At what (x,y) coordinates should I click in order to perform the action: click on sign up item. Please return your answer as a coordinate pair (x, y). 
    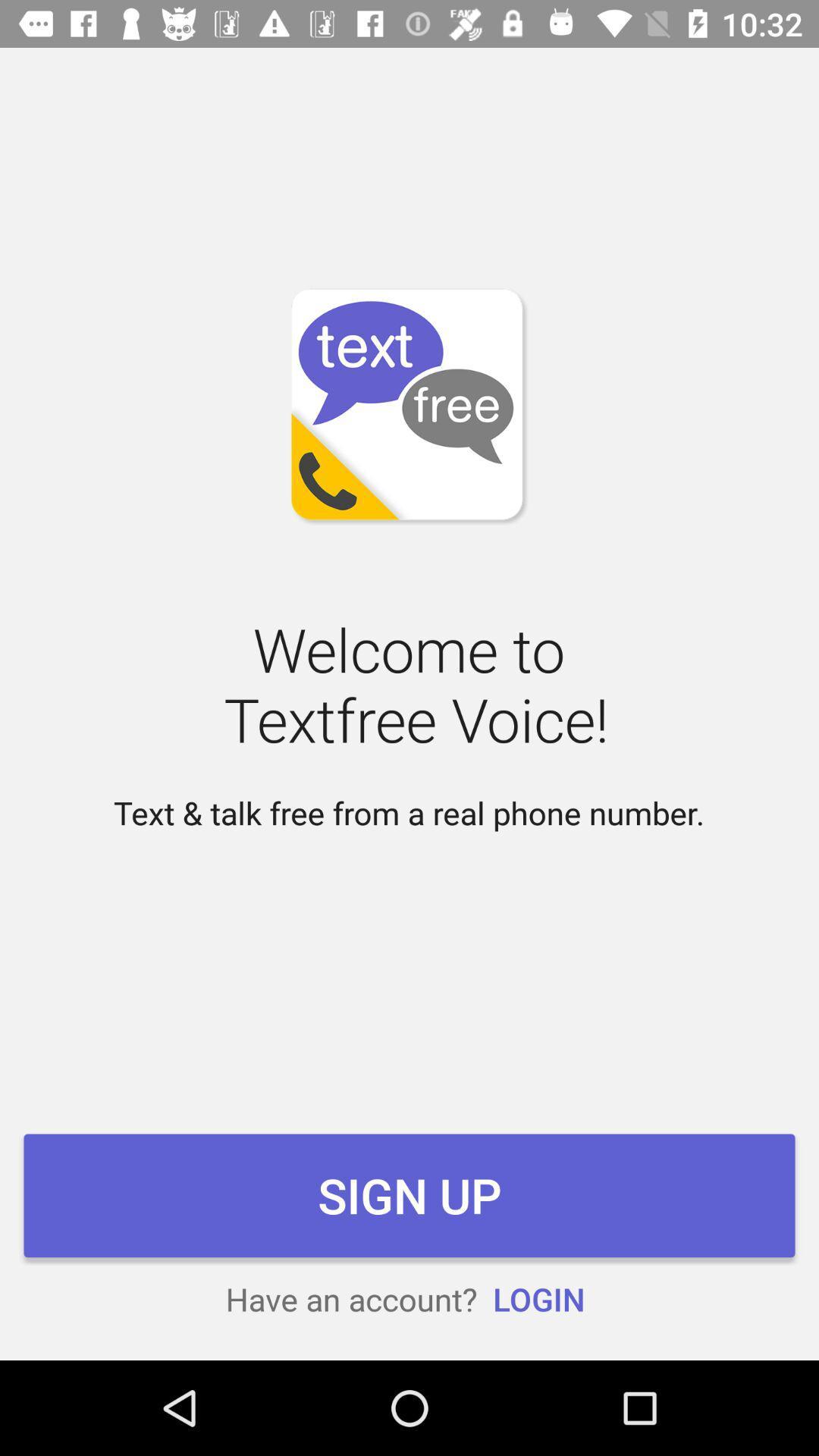
    Looking at the image, I should click on (409, 1194).